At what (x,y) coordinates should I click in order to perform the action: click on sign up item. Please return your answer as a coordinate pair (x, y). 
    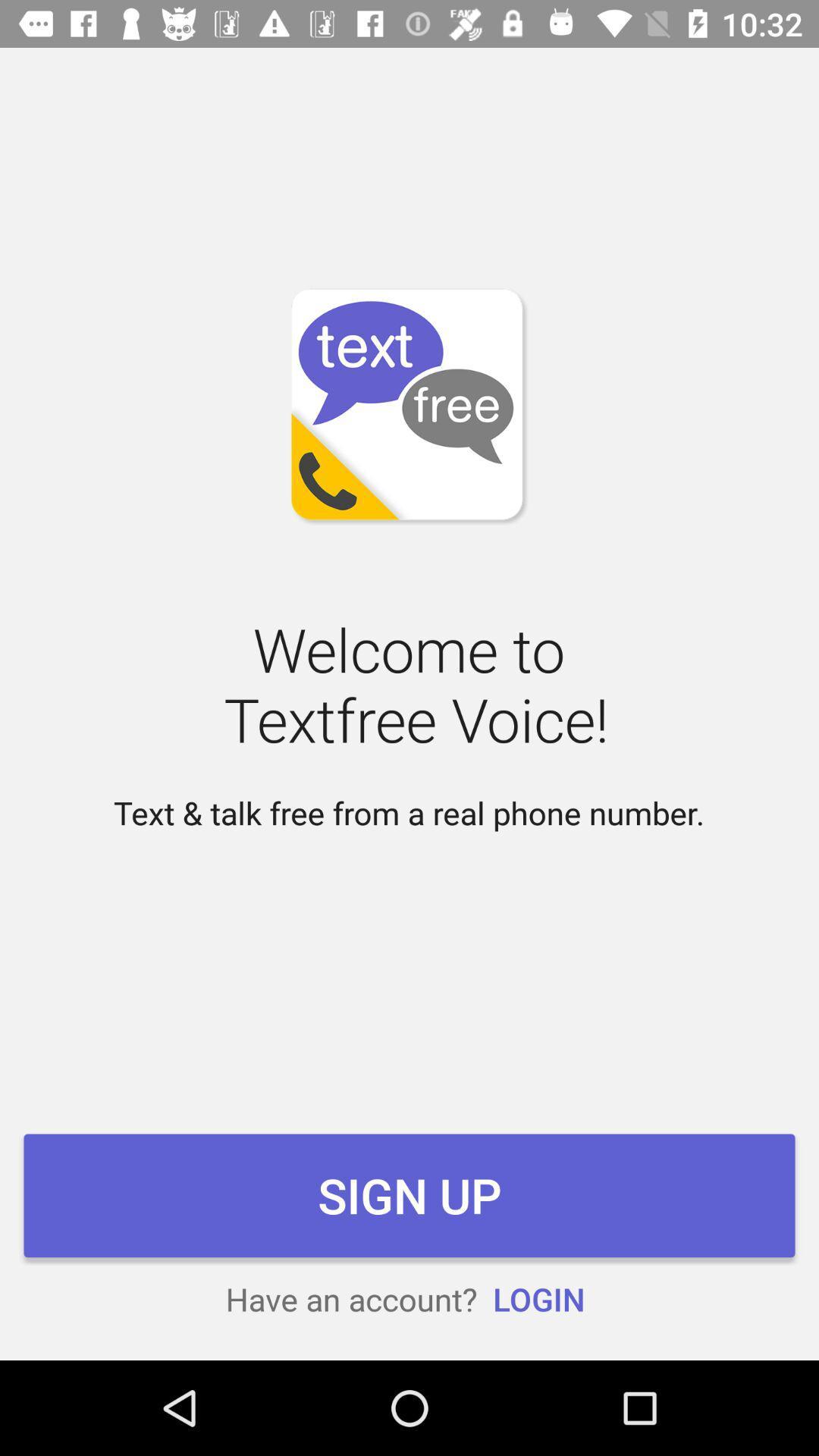
    Looking at the image, I should click on (409, 1194).